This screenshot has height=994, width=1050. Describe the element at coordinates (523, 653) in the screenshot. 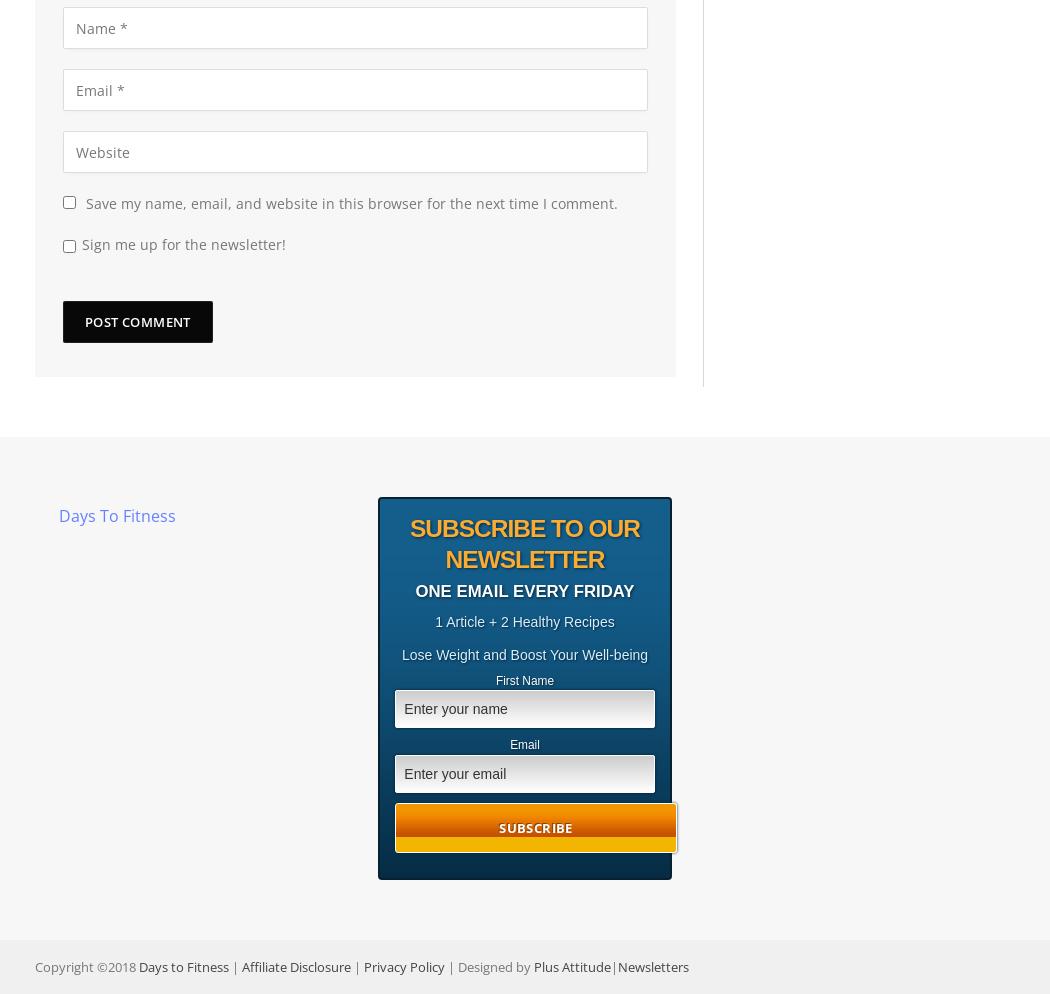

I see `'Lose Weight and Boost Your Well-being'` at that location.